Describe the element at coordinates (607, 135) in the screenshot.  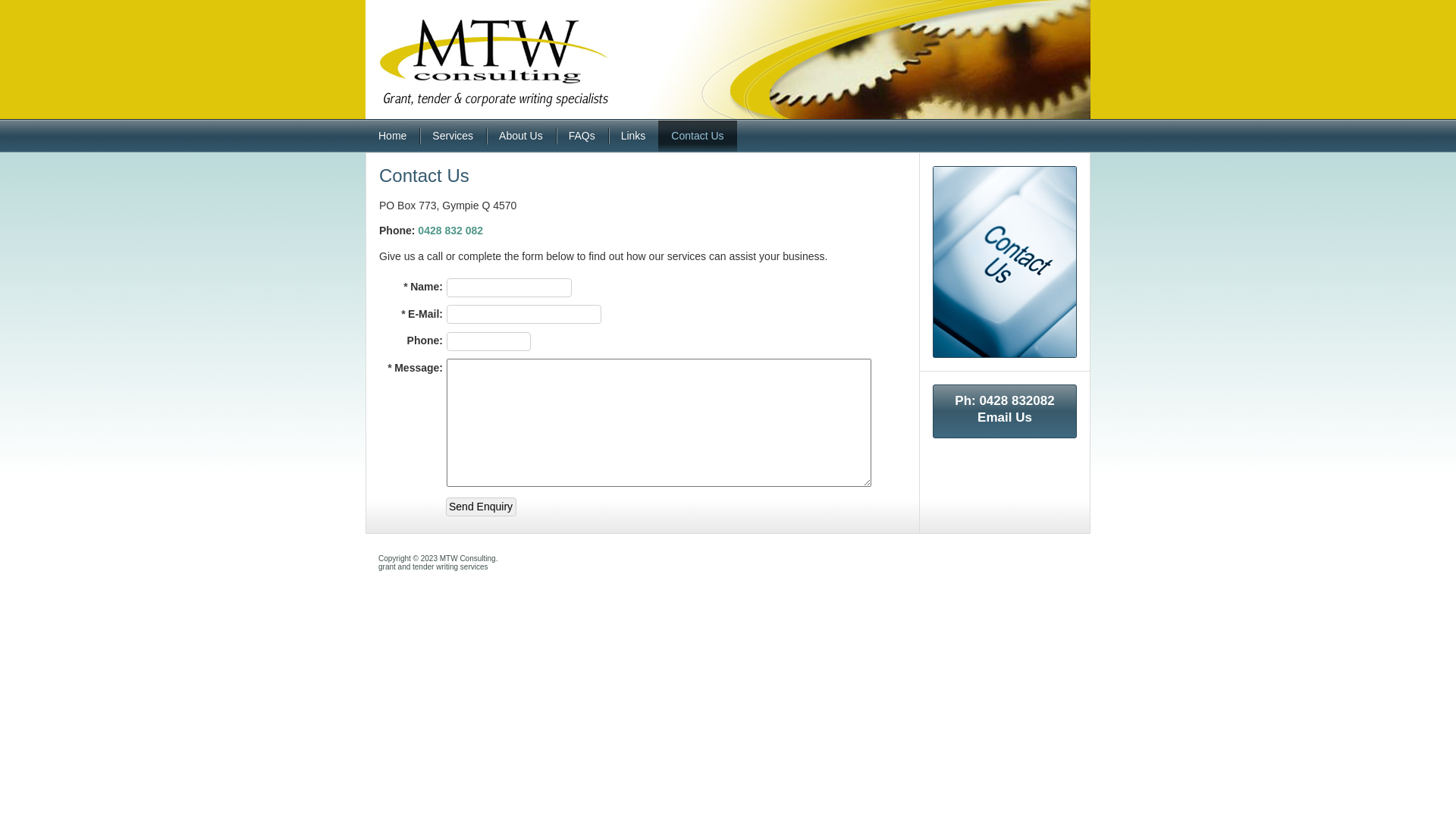
I see `'Links'` at that location.